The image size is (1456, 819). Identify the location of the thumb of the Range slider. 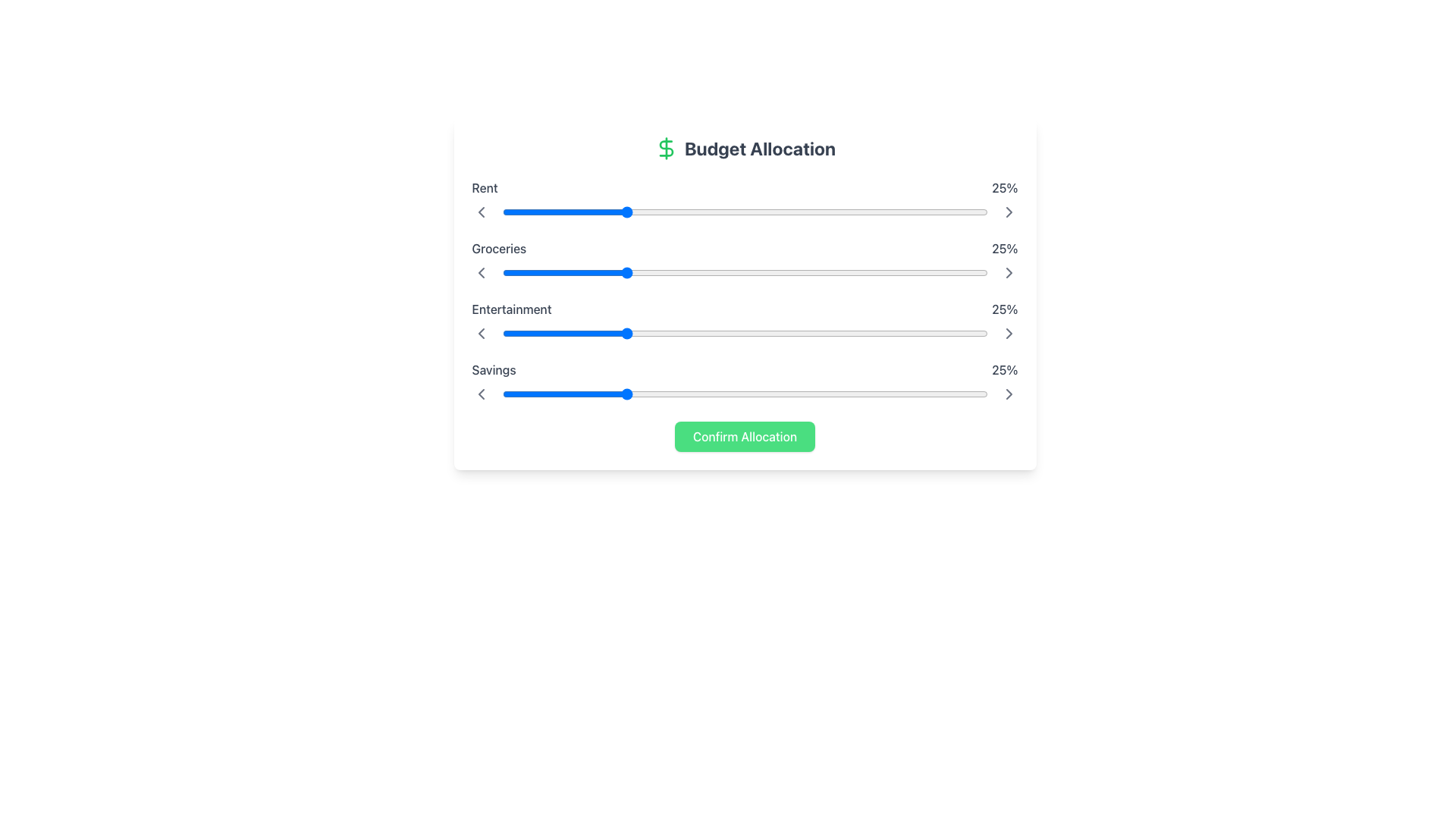
(745, 394).